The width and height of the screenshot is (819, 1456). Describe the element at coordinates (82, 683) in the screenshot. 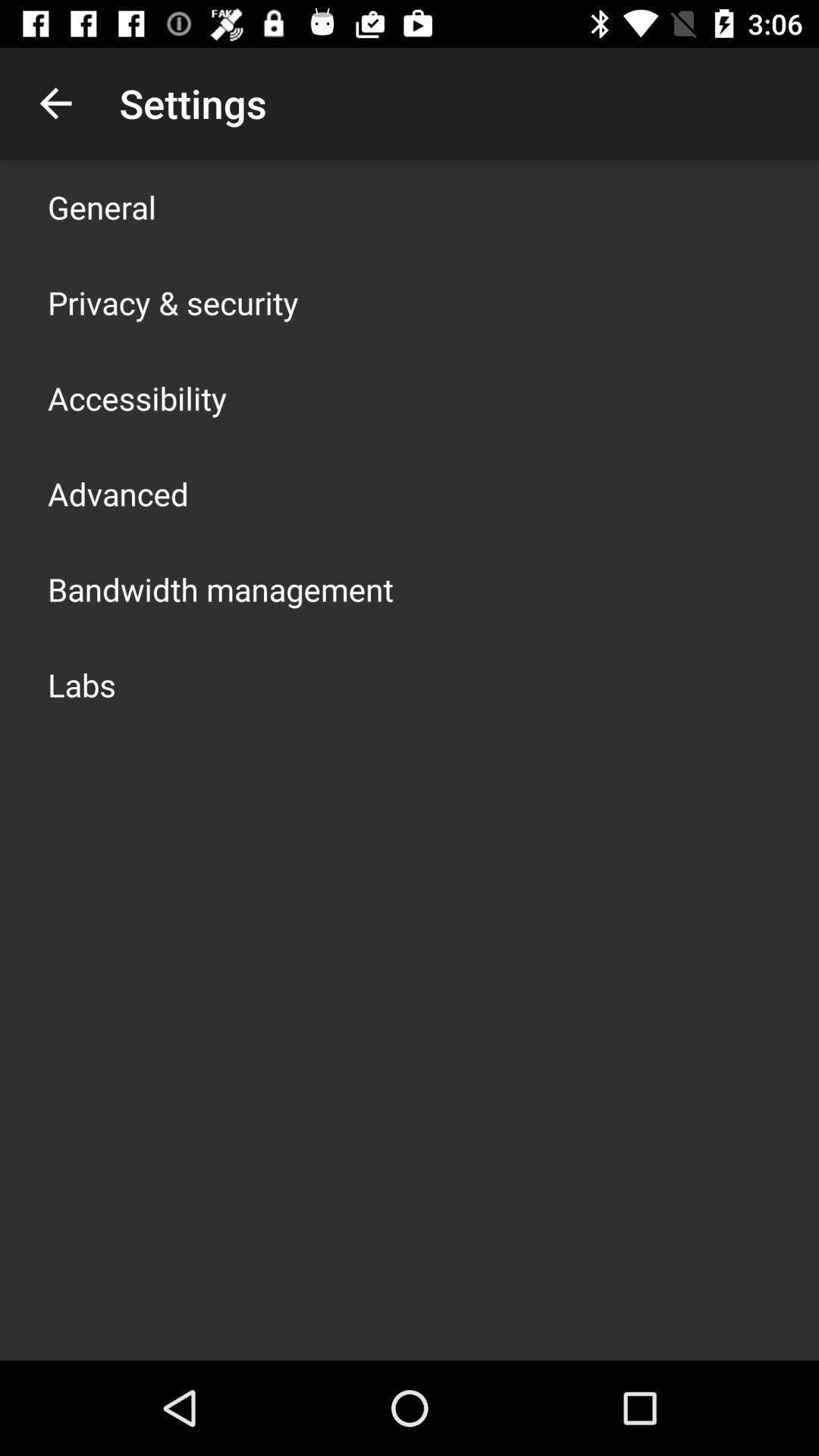

I see `icon below the bandwidth management icon` at that location.